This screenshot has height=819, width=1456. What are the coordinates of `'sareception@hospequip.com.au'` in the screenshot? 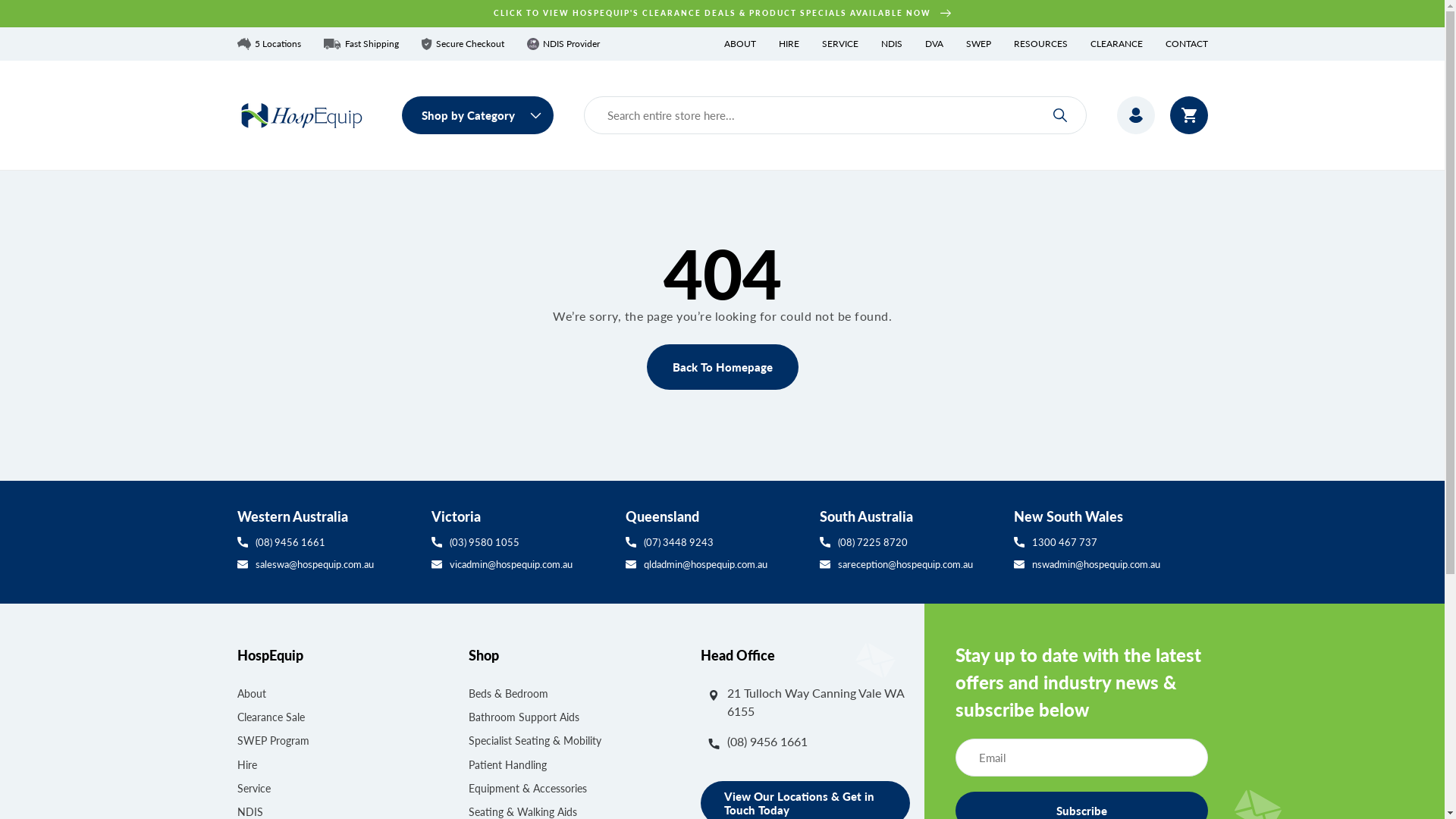 It's located at (908, 564).